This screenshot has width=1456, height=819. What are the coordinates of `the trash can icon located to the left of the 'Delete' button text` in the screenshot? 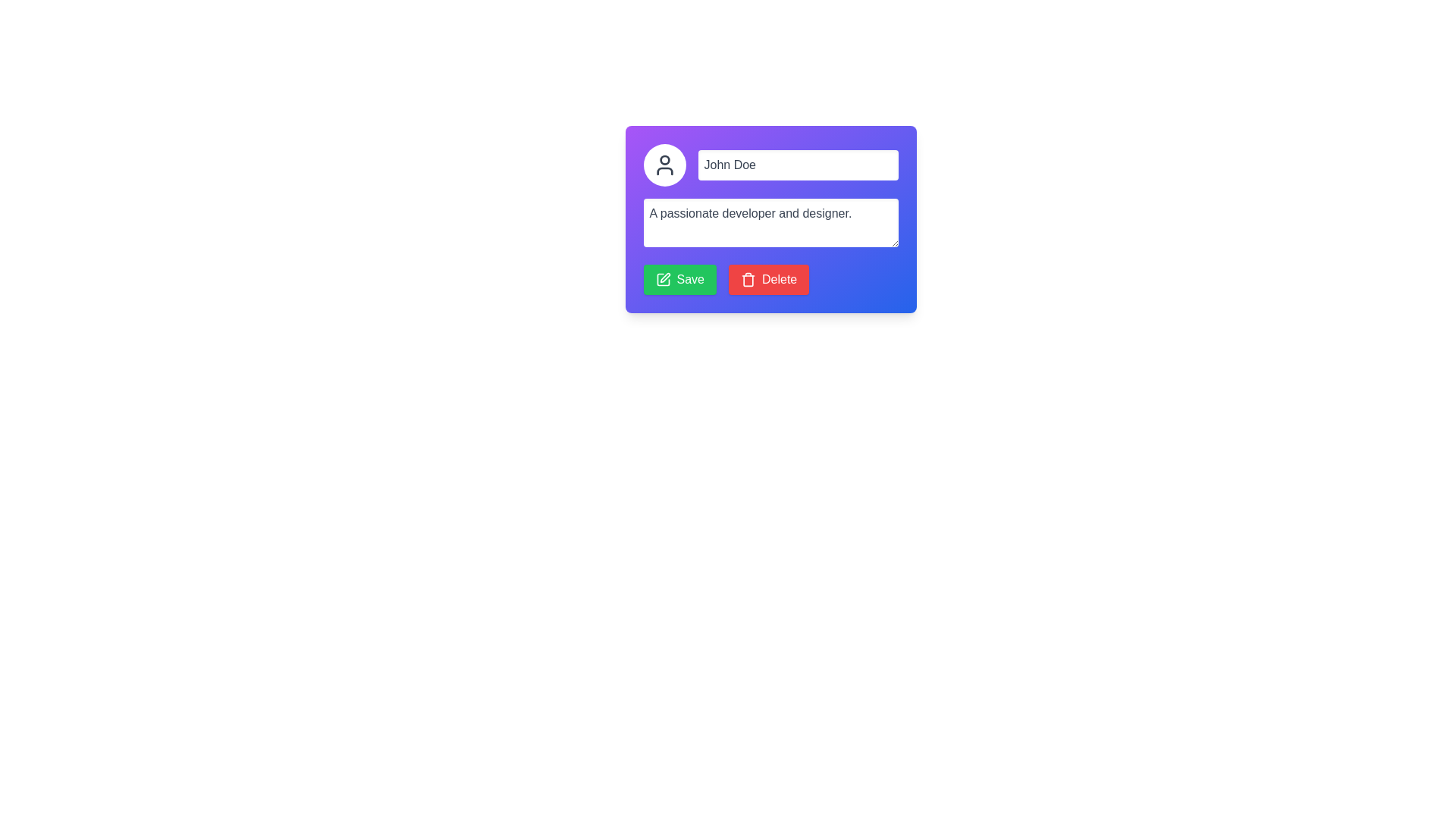 It's located at (748, 280).